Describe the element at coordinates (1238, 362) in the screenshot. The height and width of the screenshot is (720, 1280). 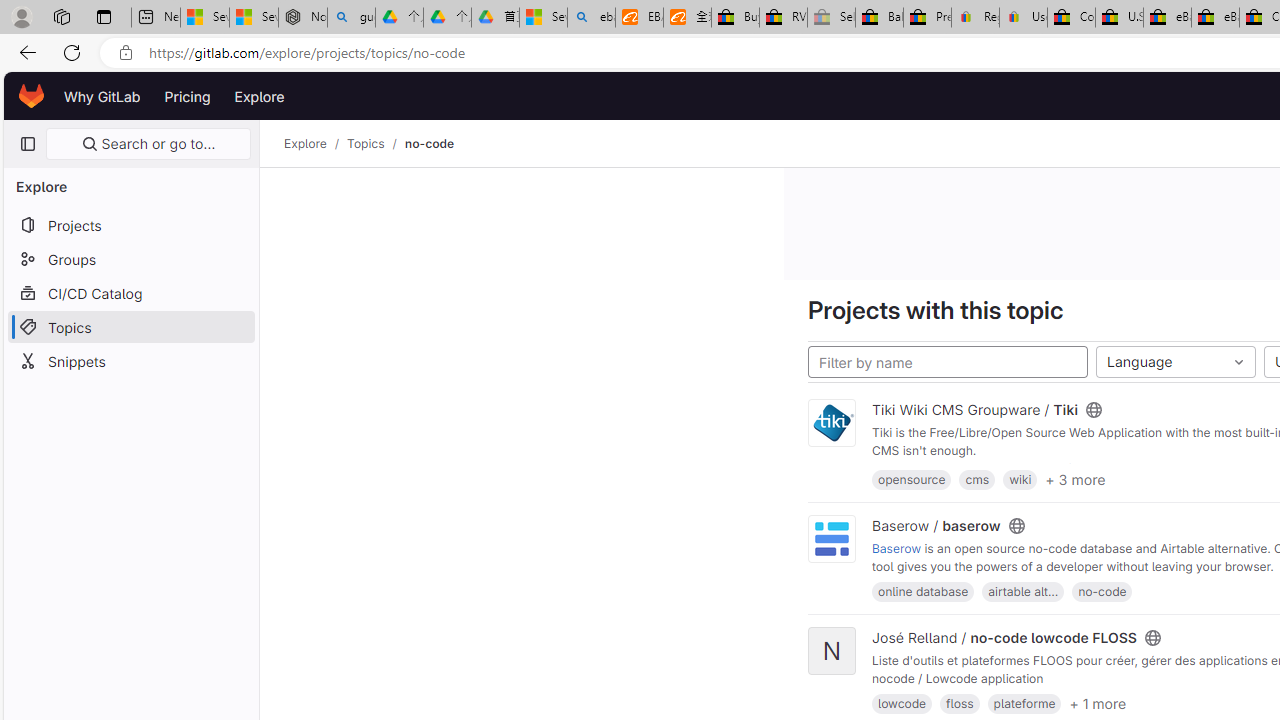
I see `'Class: s16 dropdown-menu-toggle-icon'` at that location.